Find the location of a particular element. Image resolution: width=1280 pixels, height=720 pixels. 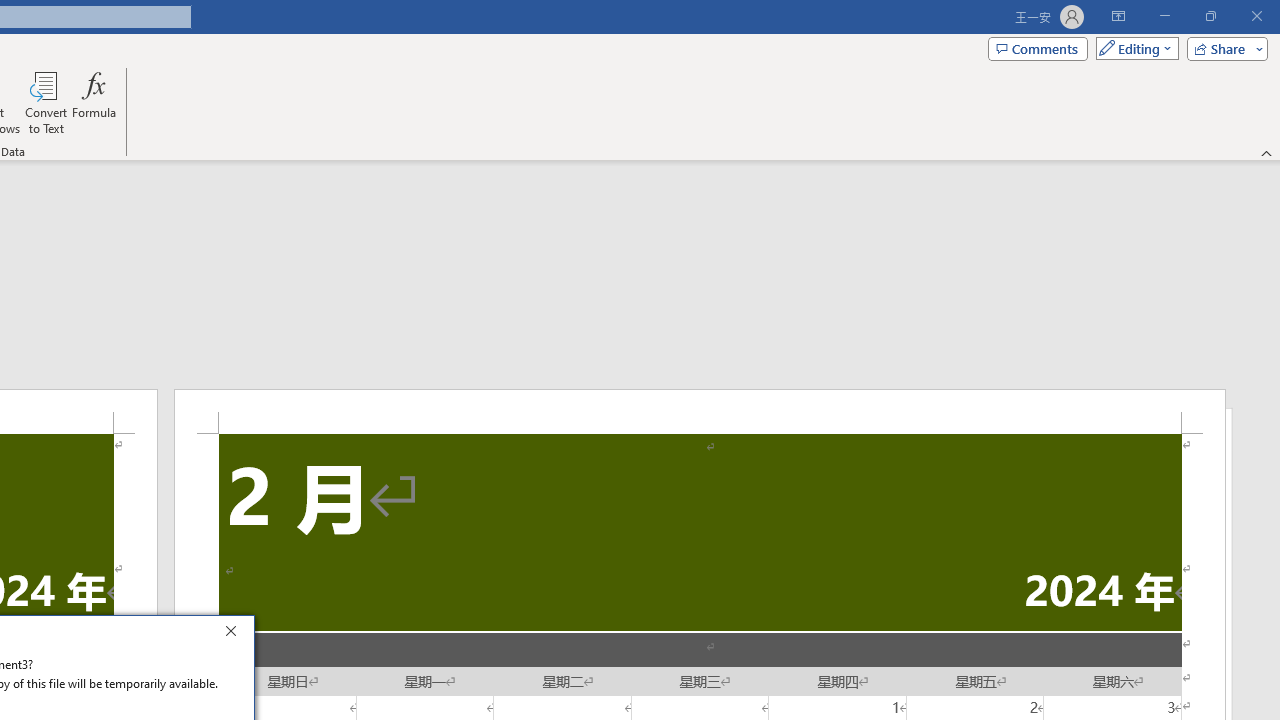

'Convert to Text...' is located at coordinates (46, 103).